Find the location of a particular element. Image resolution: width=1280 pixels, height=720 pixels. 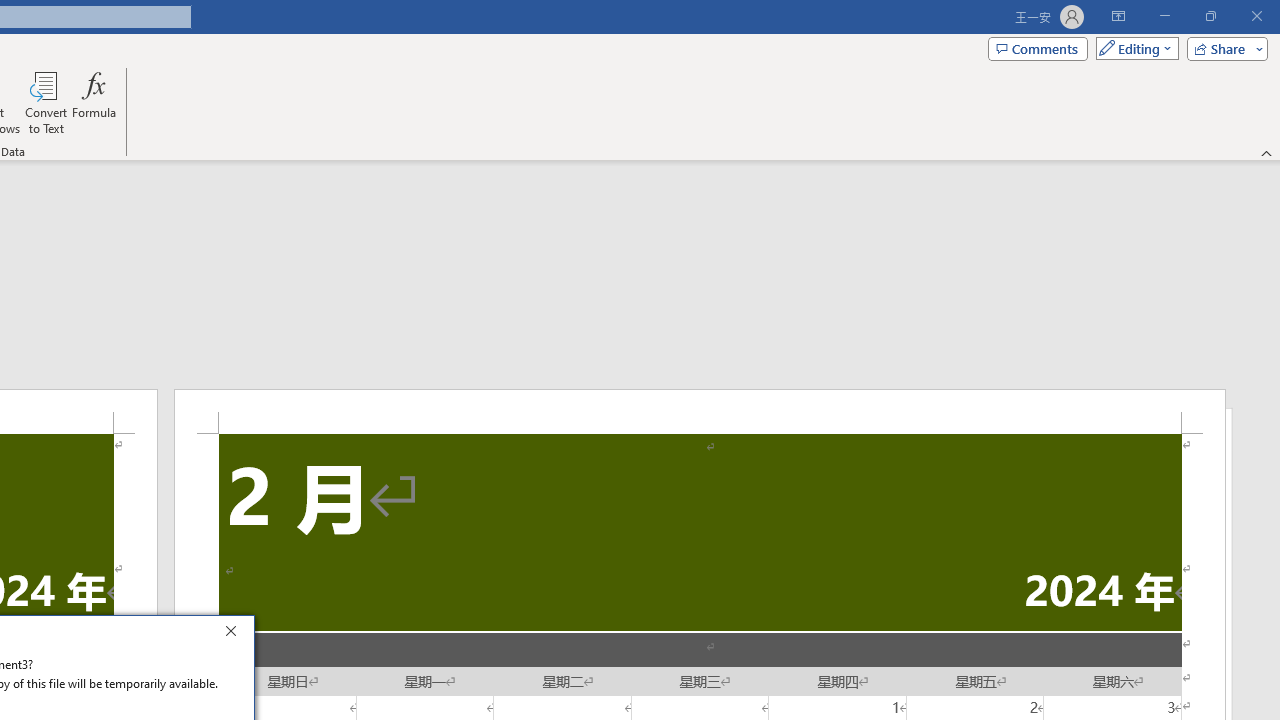

'Convert to Text...' is located at coordinates (46, 103).